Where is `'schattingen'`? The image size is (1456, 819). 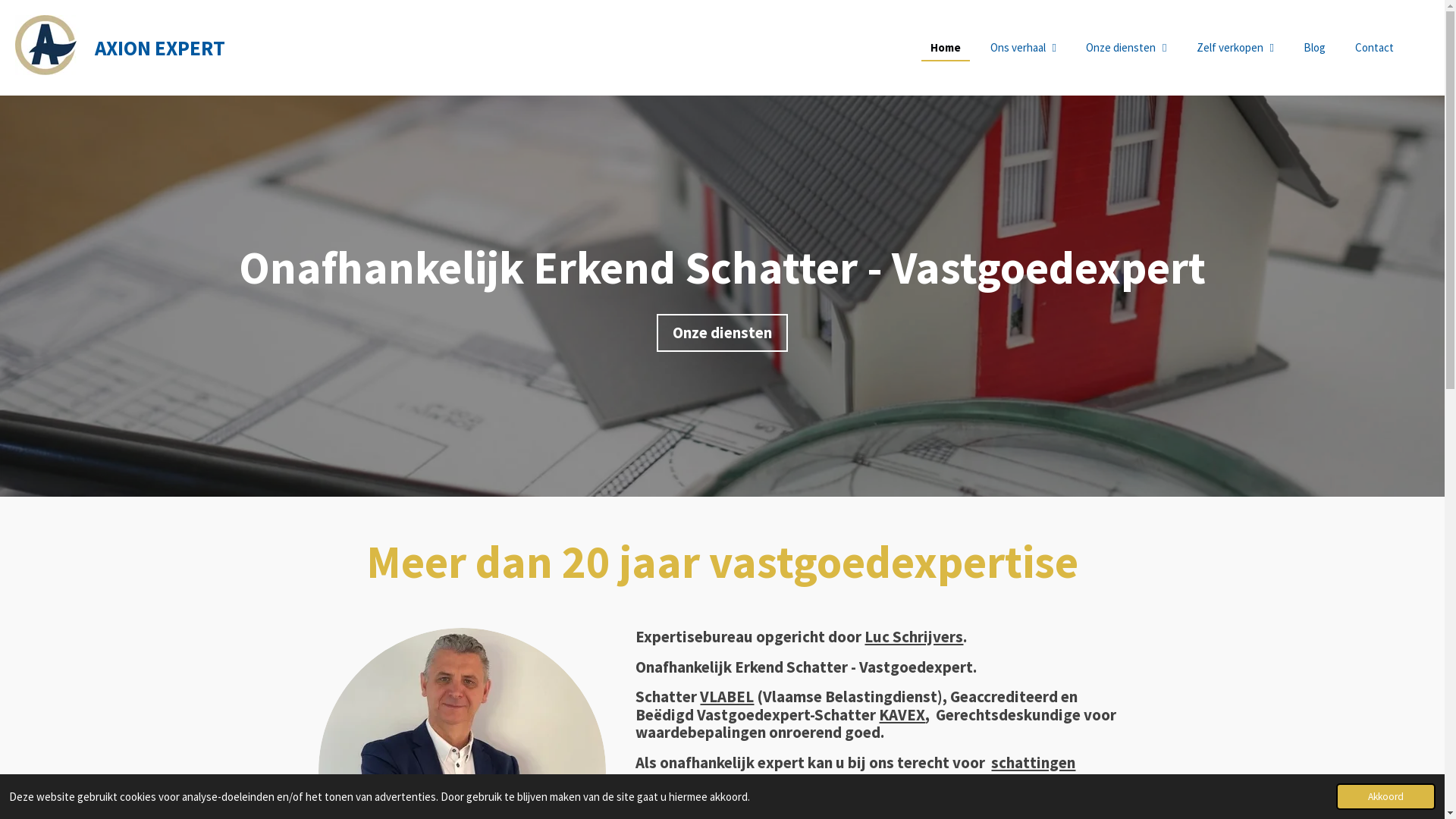
'schattingen' is located at coordinates (1032, 762).